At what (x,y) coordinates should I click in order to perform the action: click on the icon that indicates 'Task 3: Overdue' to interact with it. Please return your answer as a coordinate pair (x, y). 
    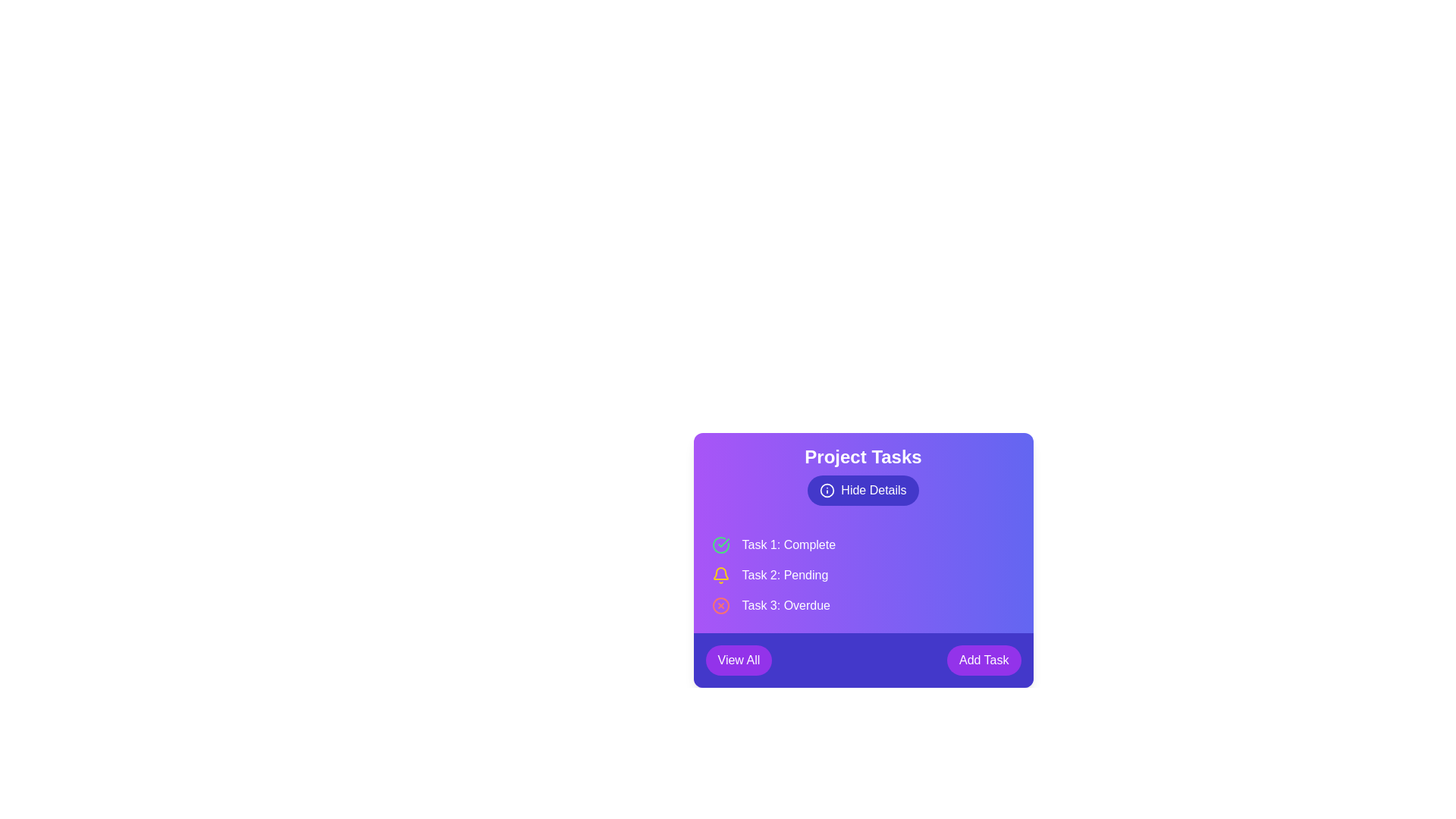
    Looking at the image, I should click on (720, 604).